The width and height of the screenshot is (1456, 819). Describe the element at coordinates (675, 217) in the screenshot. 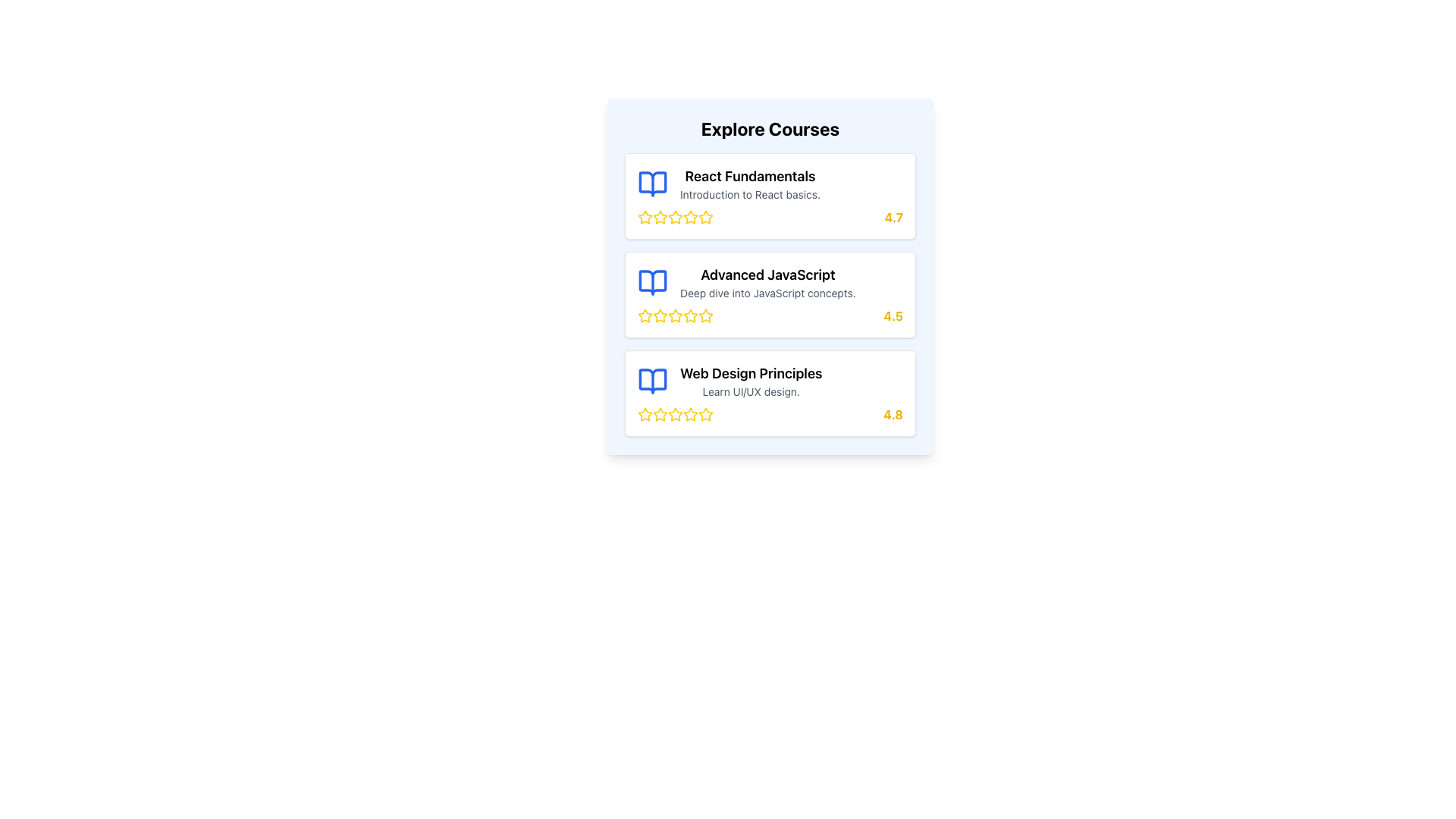

I see `the first star-shaped icon in the rating system for the 'React Fundamentals' course card, which is a hollow outline filled with yellow and has a solid border` at that location.